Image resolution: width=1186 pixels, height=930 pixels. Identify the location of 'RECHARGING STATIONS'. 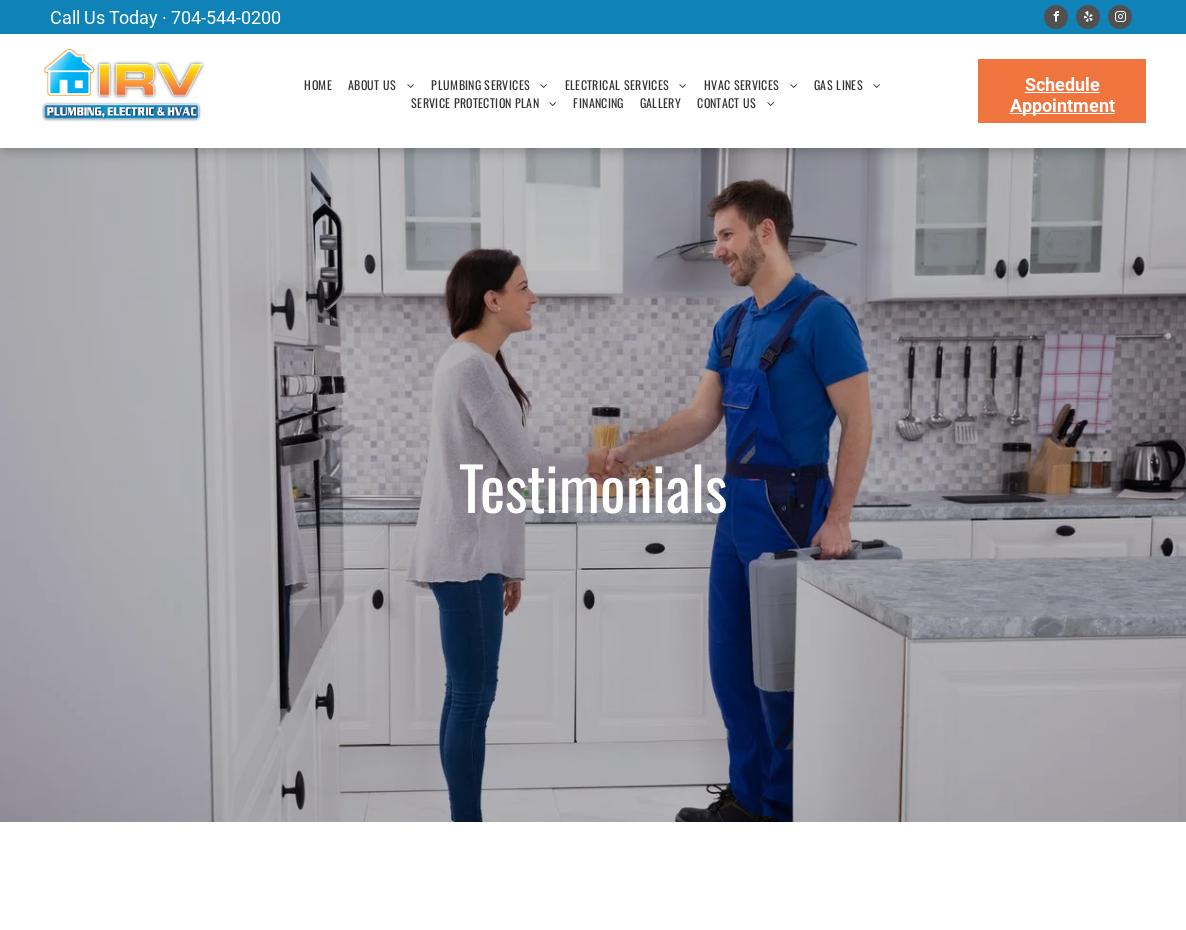
(628, 359).